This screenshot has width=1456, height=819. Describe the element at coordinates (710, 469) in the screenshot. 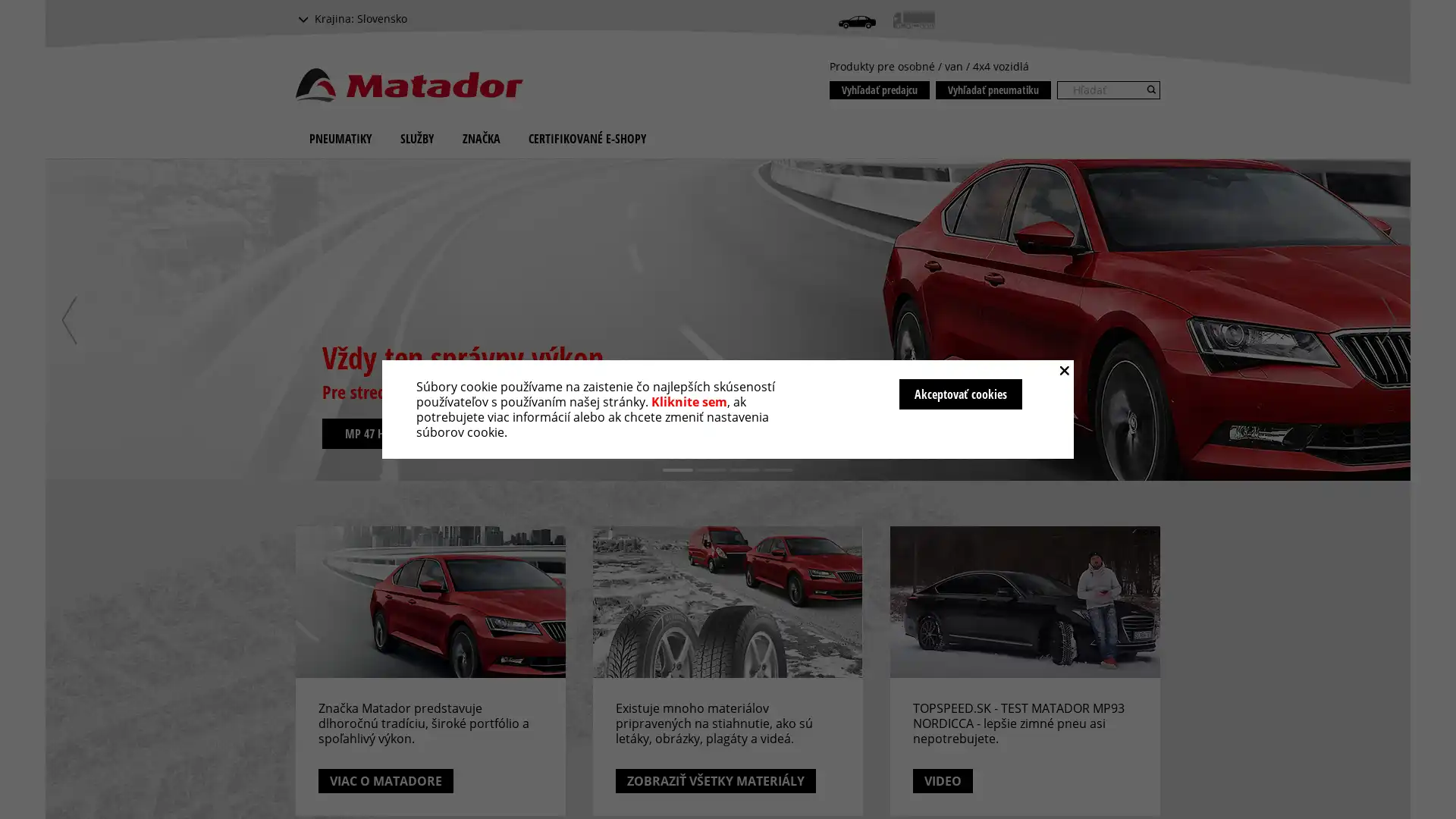

I see `2` at that location.